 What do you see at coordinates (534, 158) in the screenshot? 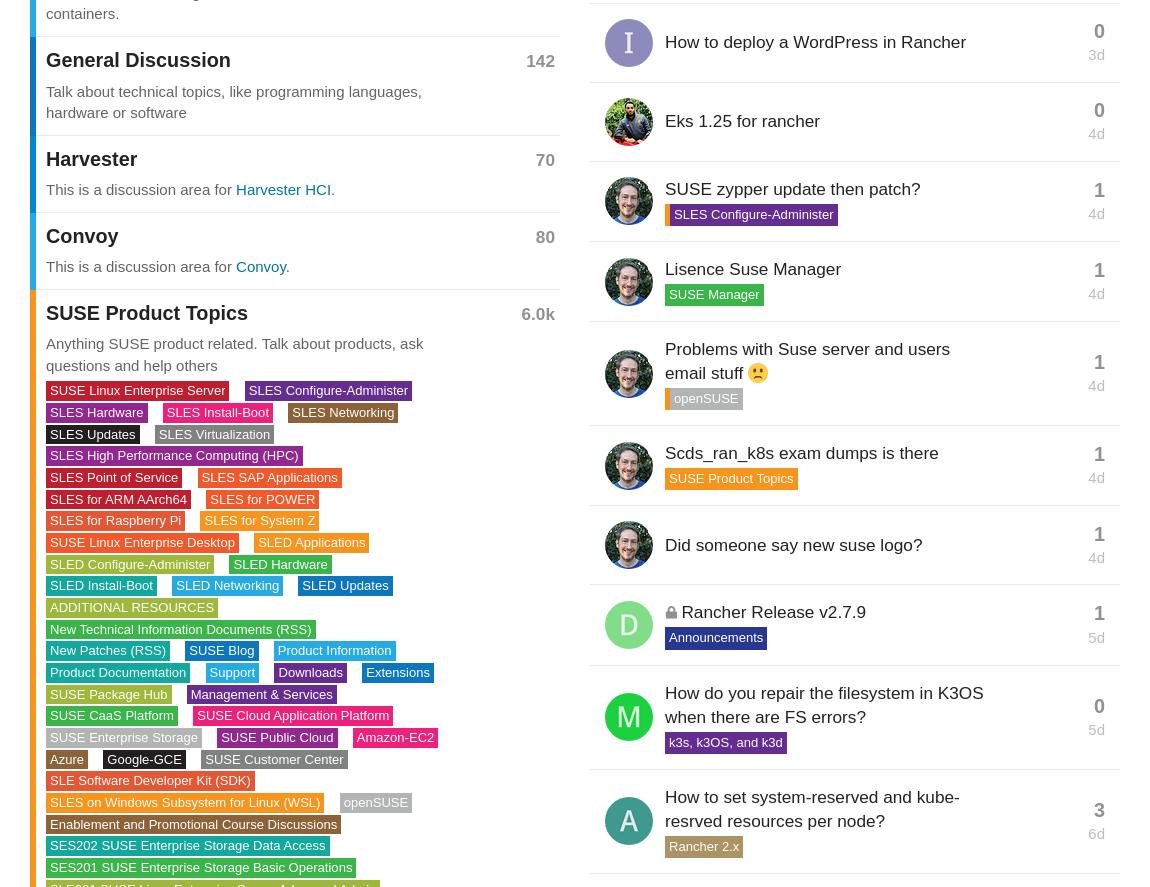
I see `'70'` at bounding box center [534, 158].